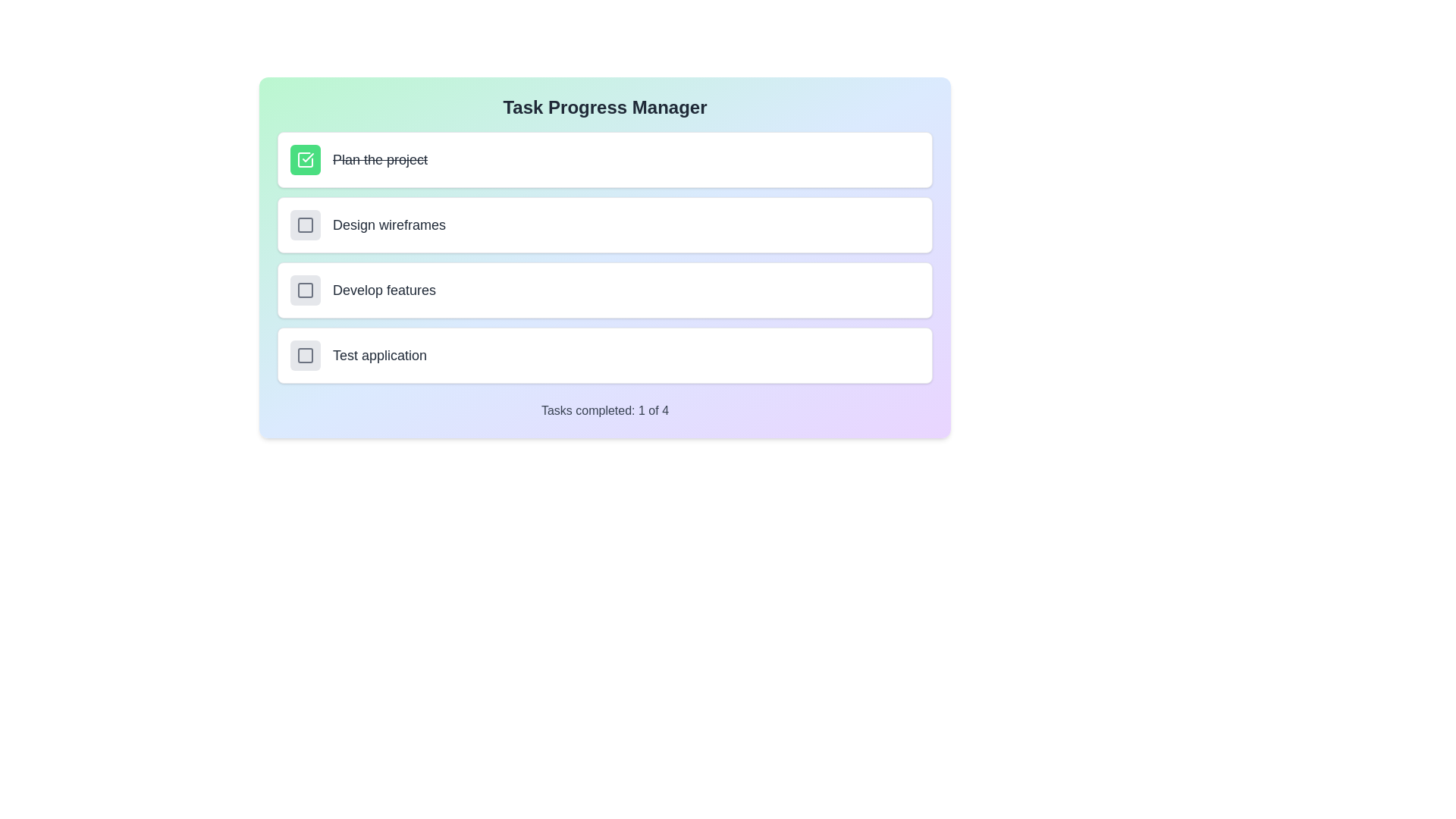 This screenshot has height=819, width=1456. What do you see at coordinates (305, 160) in the screenshot?
I see `the background square component of the checkbox icon labeled 'Plan the project'` at bounding box center [305, 160].